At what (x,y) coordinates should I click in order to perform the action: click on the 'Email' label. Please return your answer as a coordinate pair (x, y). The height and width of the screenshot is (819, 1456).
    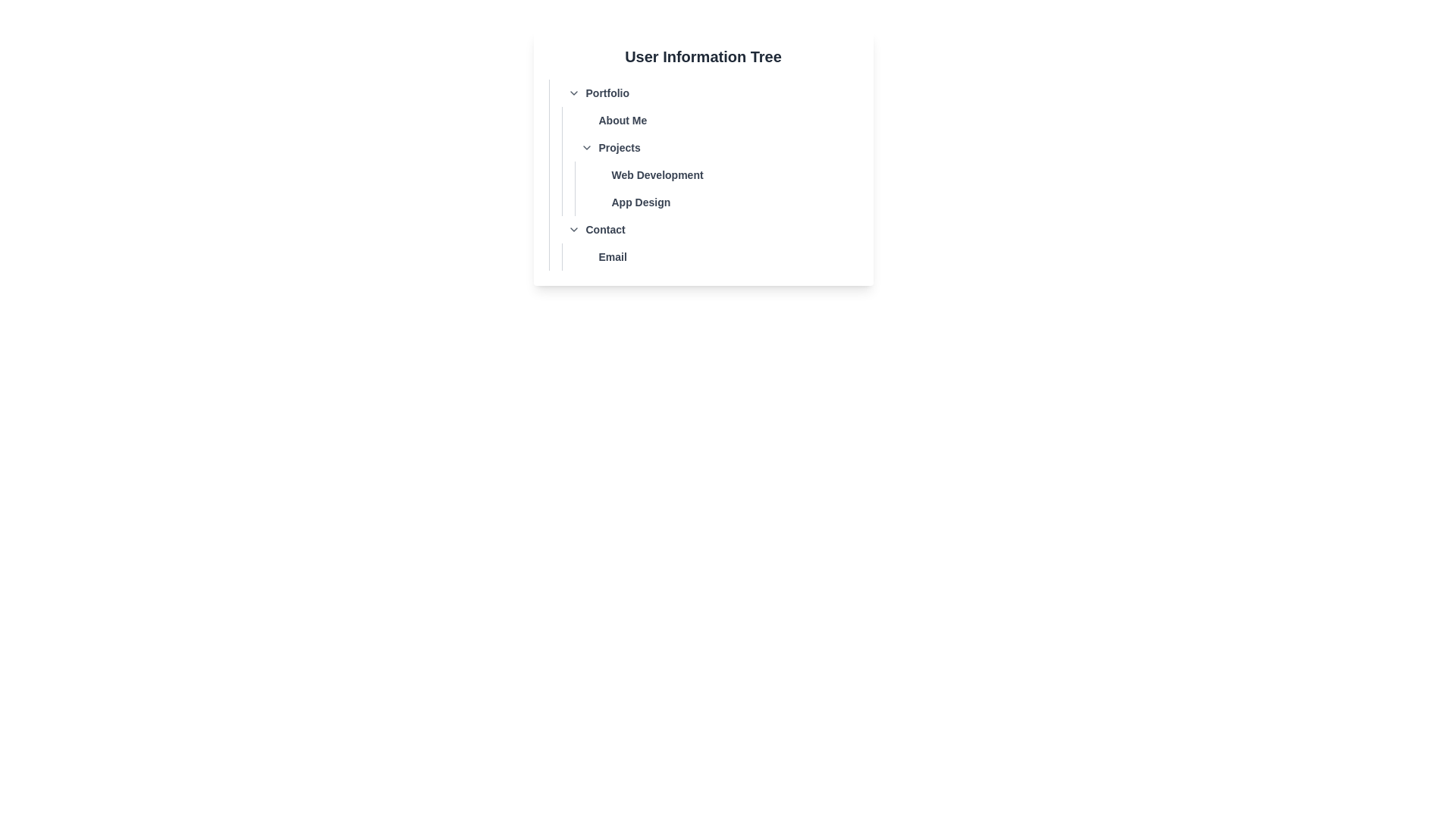
    Looking at the image, I should click on (709, 256).